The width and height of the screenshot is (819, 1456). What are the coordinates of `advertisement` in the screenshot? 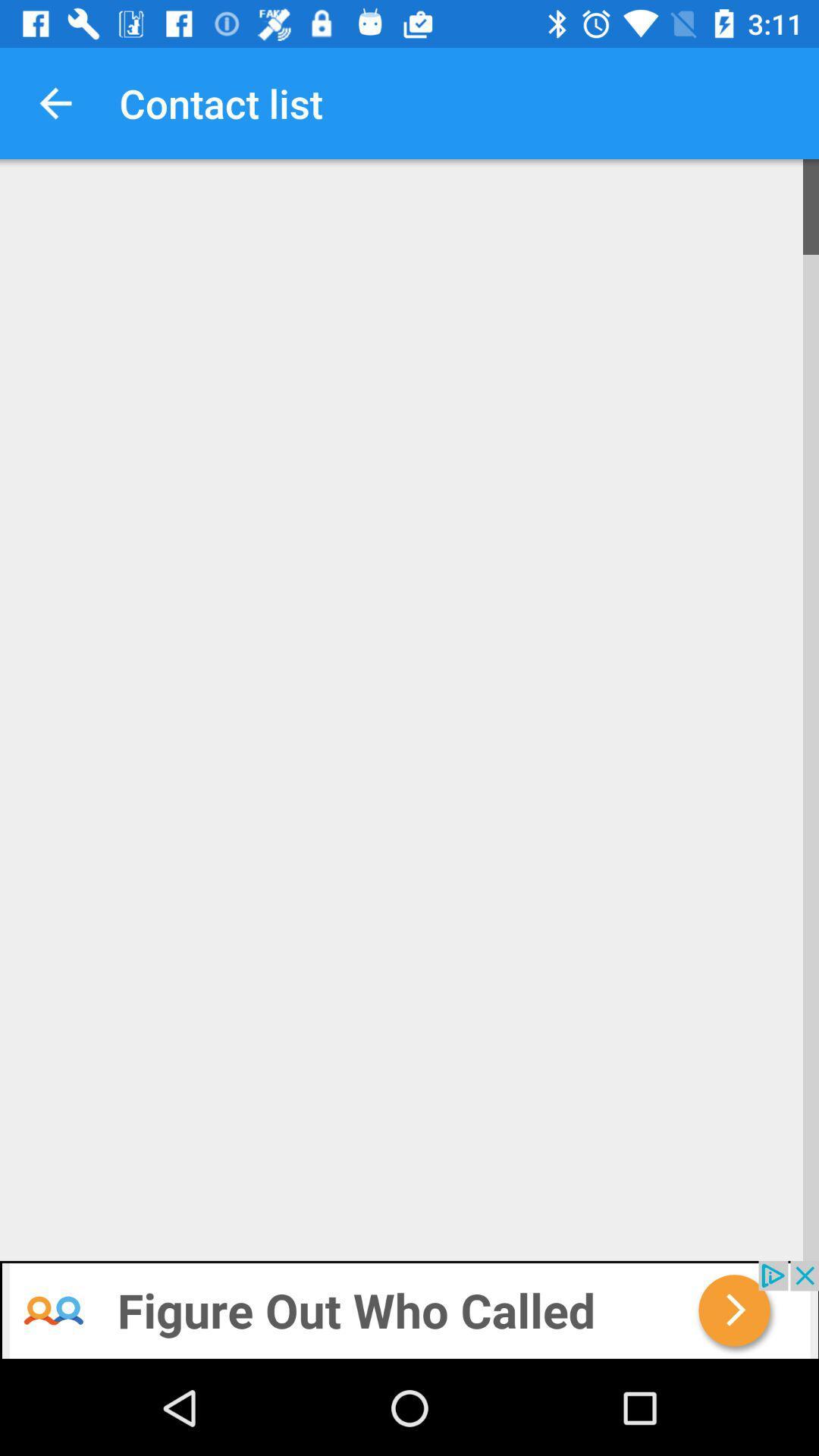 It's located at (409, 1310).